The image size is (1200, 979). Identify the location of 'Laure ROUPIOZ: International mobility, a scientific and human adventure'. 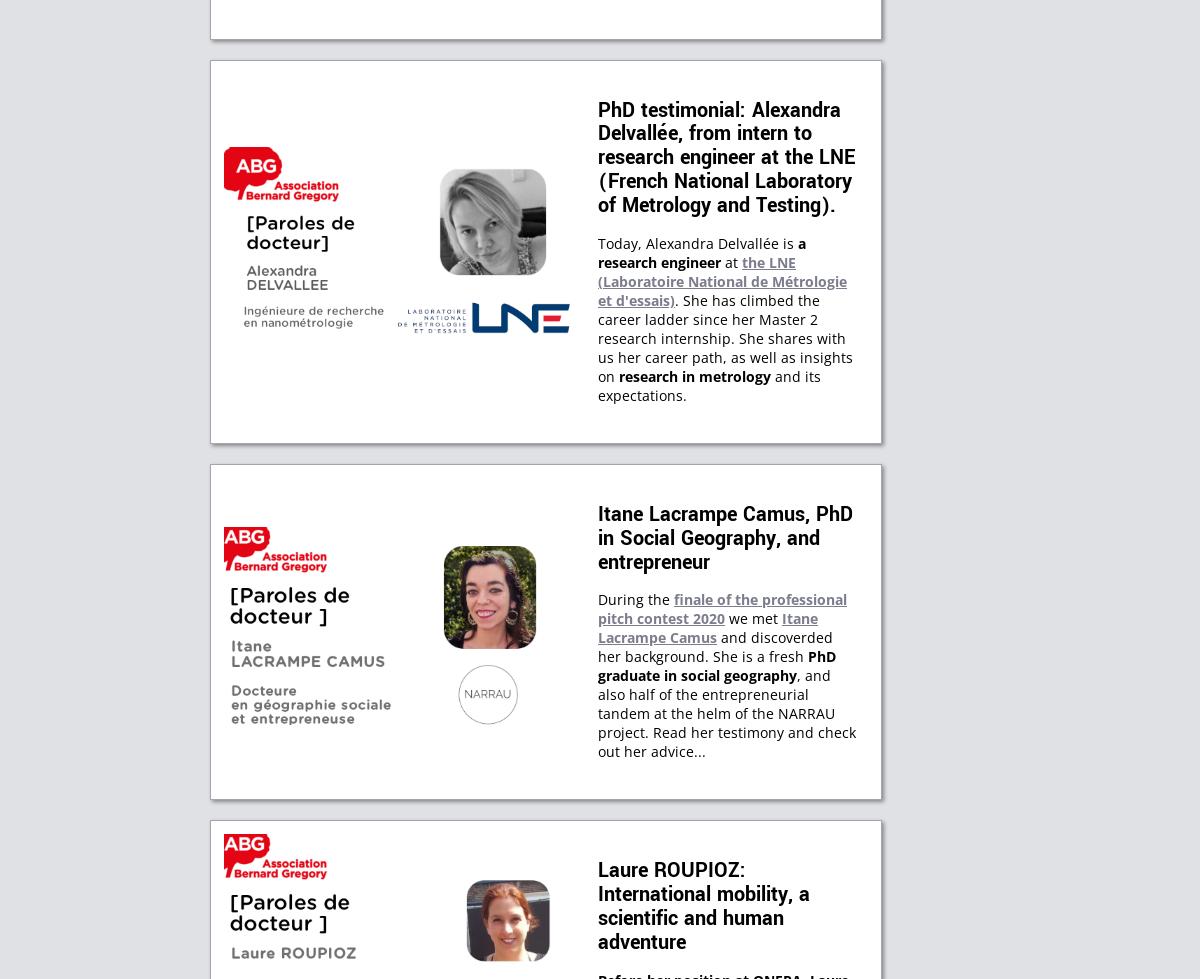
(704, 906).